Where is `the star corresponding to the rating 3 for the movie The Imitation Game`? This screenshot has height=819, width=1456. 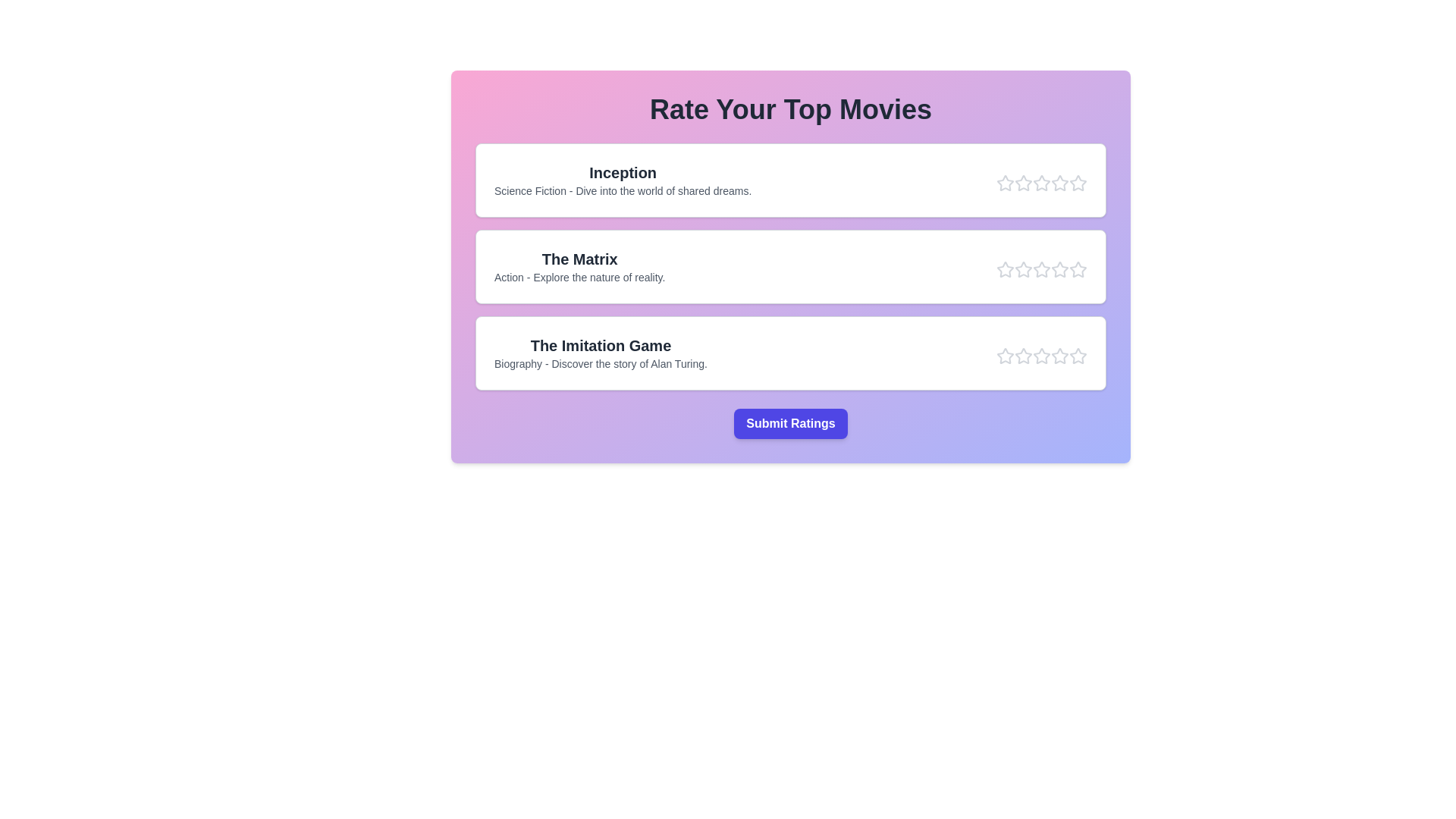 the star corresponding to the rating 3 for the movie The Imitation Game is located at coordinates (1040, 356).